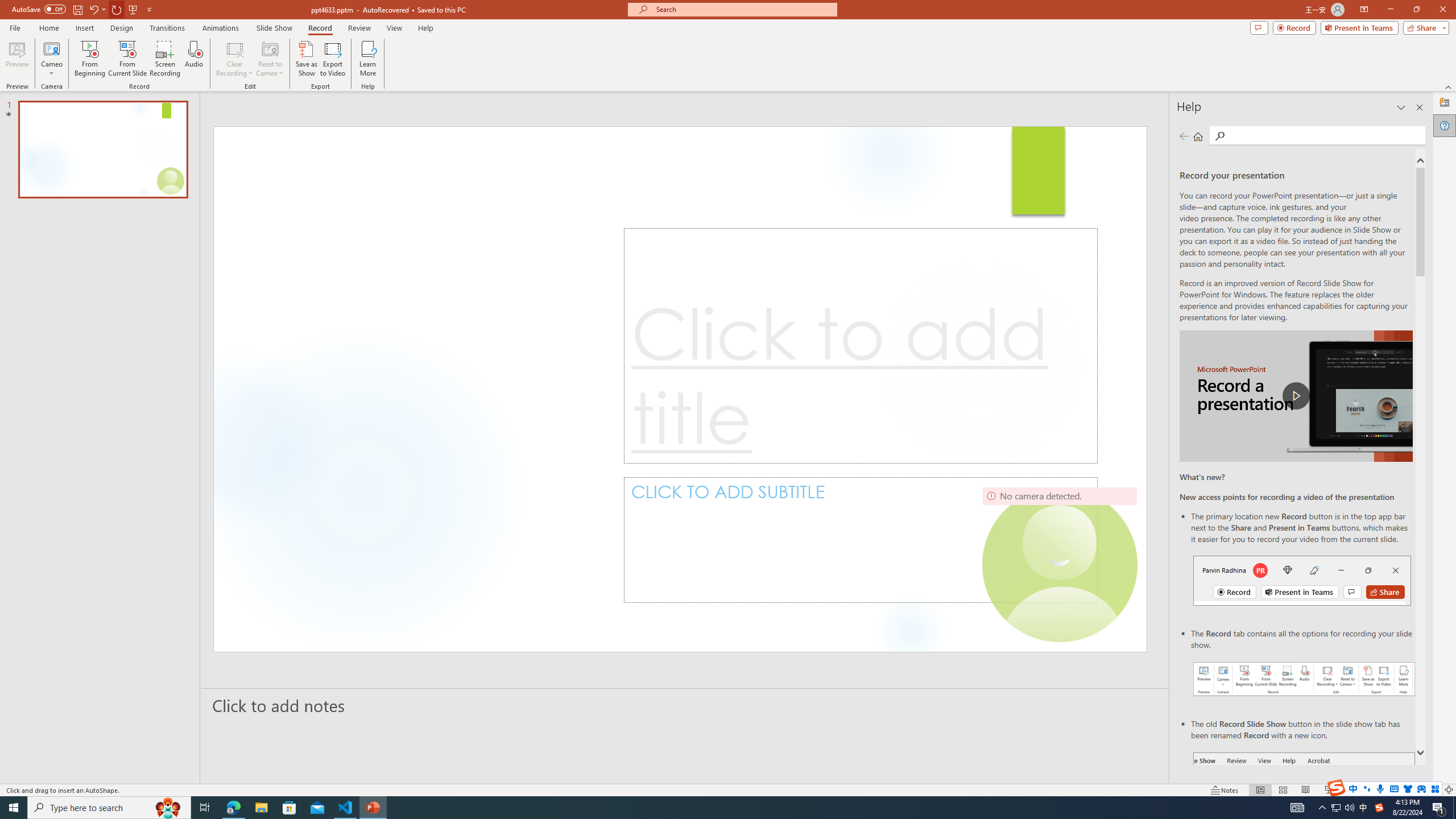 Image resolution: width=1456 pixels, height=819 pixels. I want to click on 'Reading View', so click(1305, 790).